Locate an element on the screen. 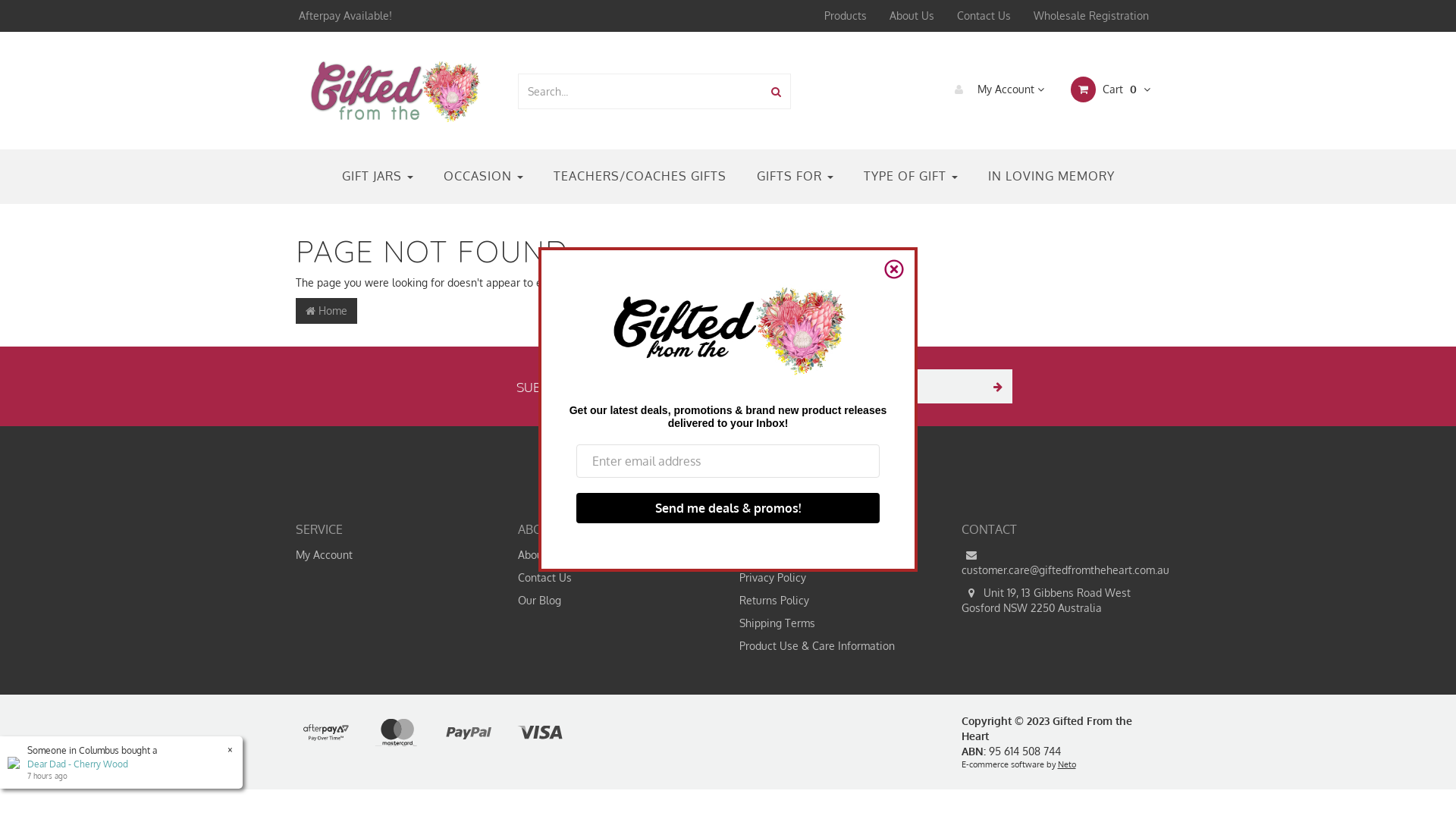 This screenshot has height=819, width=1456. 'TYPE OF GIFT' is located at coordinates (910, 175).